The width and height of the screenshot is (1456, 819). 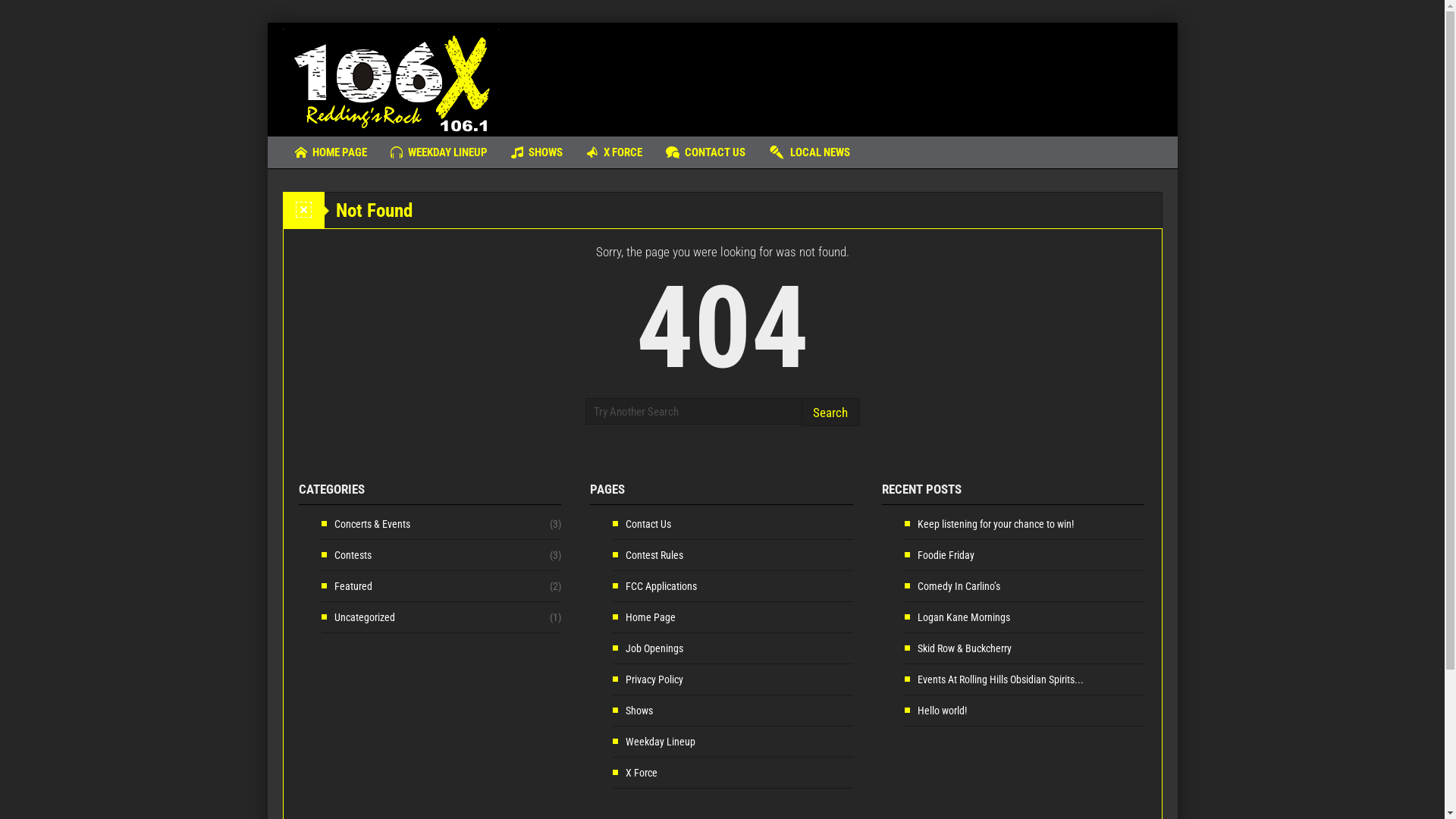 What do you see at coordinates (648, 648) in the screenshot?
I see `'Job Openings'` at bounding box center [648, 648].